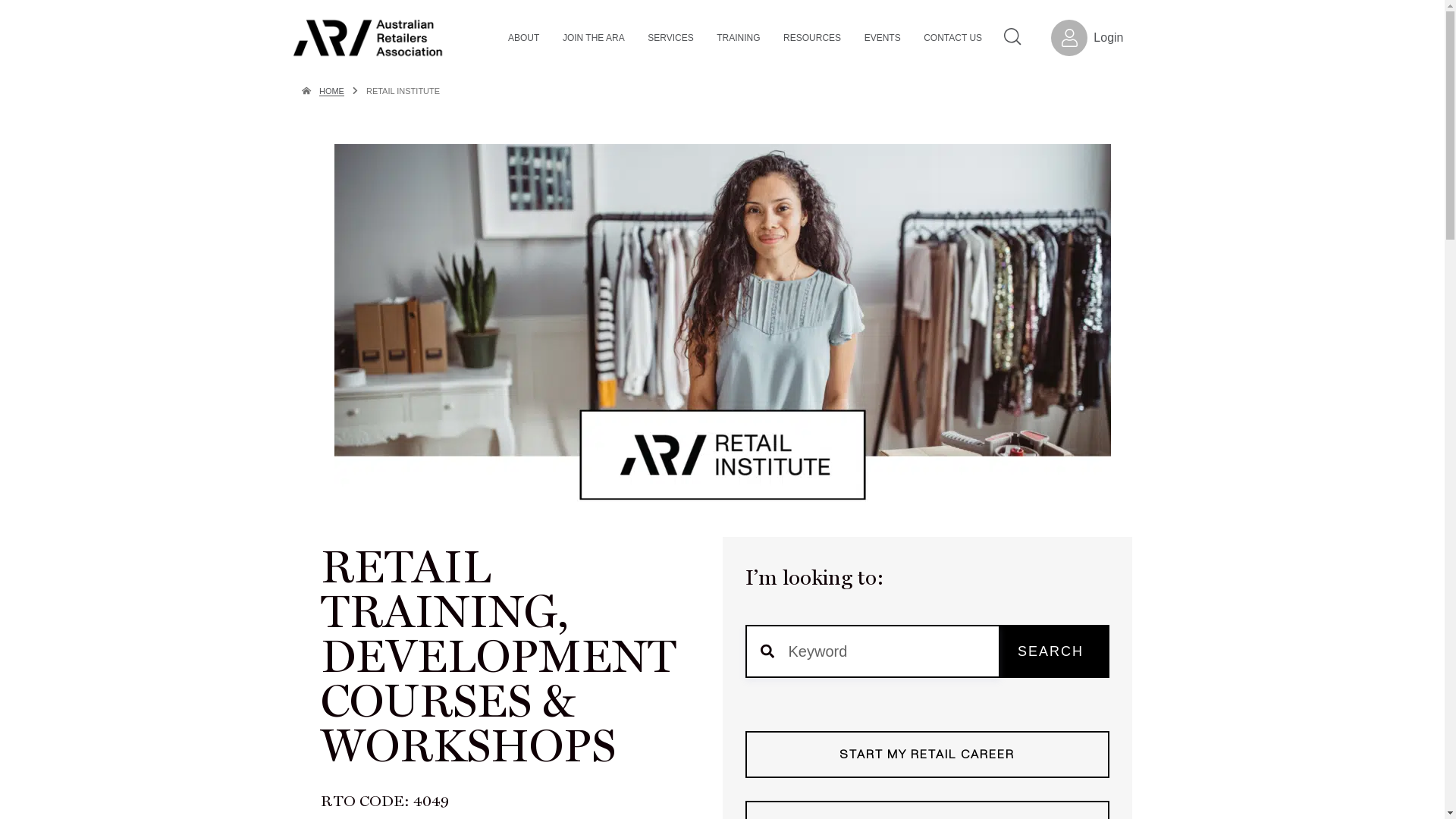 Image resolution: width=1456 pixels, height=819 pixels. Describe the element at coordinates (318, 91) in the screenshot. I see `'HOME'` at that location.